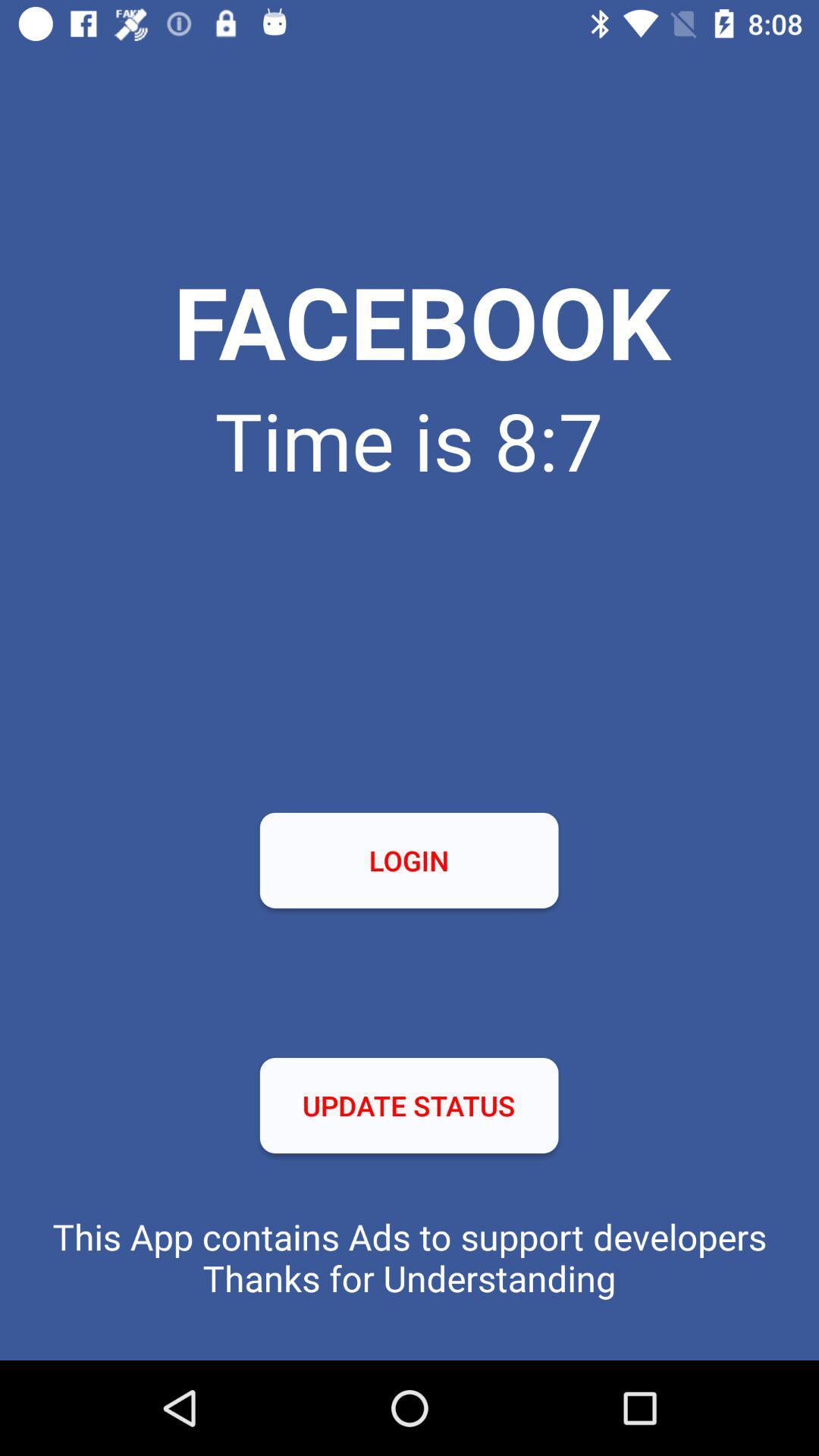 This screenshot has width=819, height=1456. I want to click on the item below the login button, so click(408, 1106).